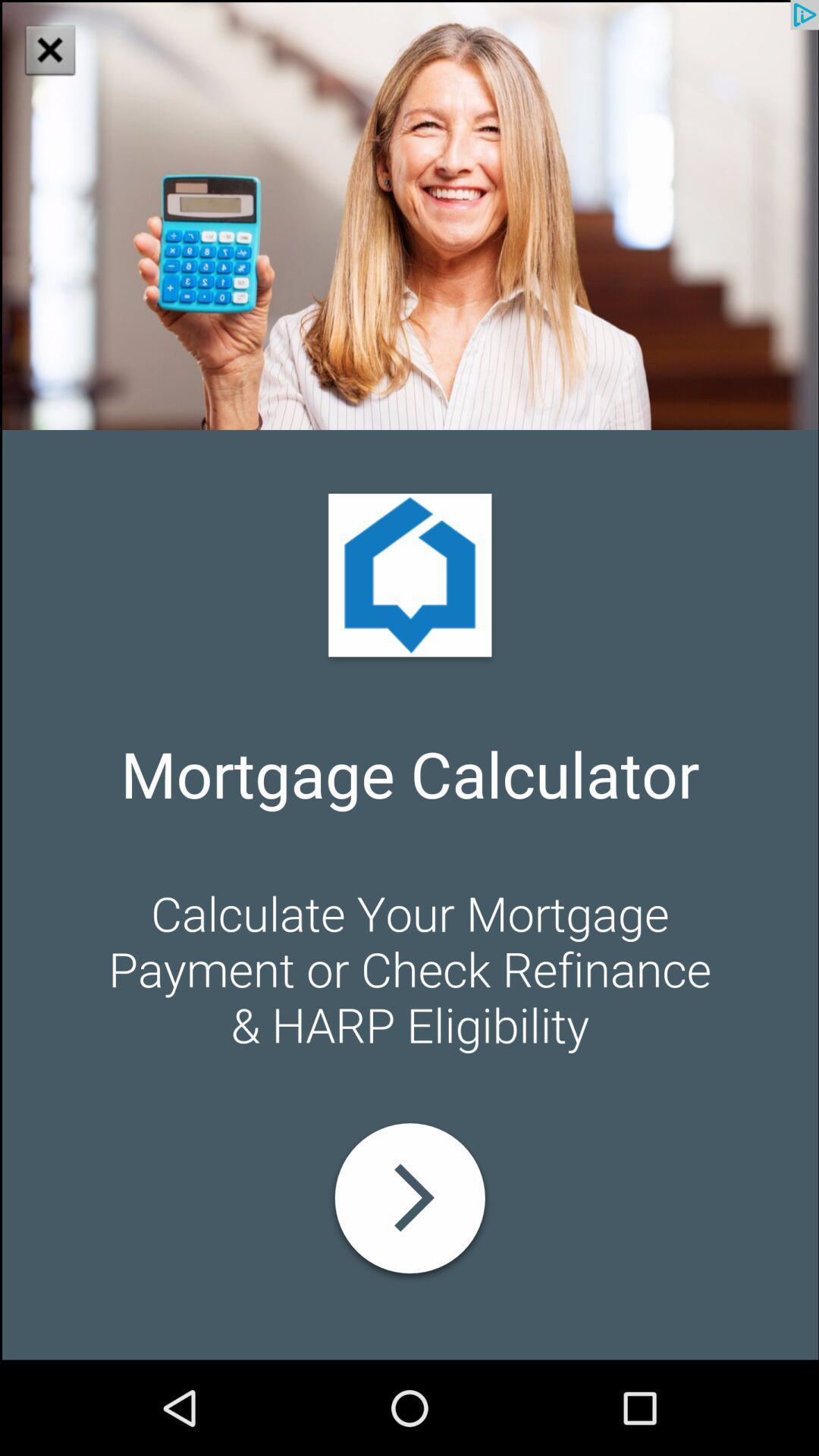 The height and width of the screenshot is (1456, 819). Describe the element at coordinates (49, 53) in the screenshot. I see `the close icon` at that location.